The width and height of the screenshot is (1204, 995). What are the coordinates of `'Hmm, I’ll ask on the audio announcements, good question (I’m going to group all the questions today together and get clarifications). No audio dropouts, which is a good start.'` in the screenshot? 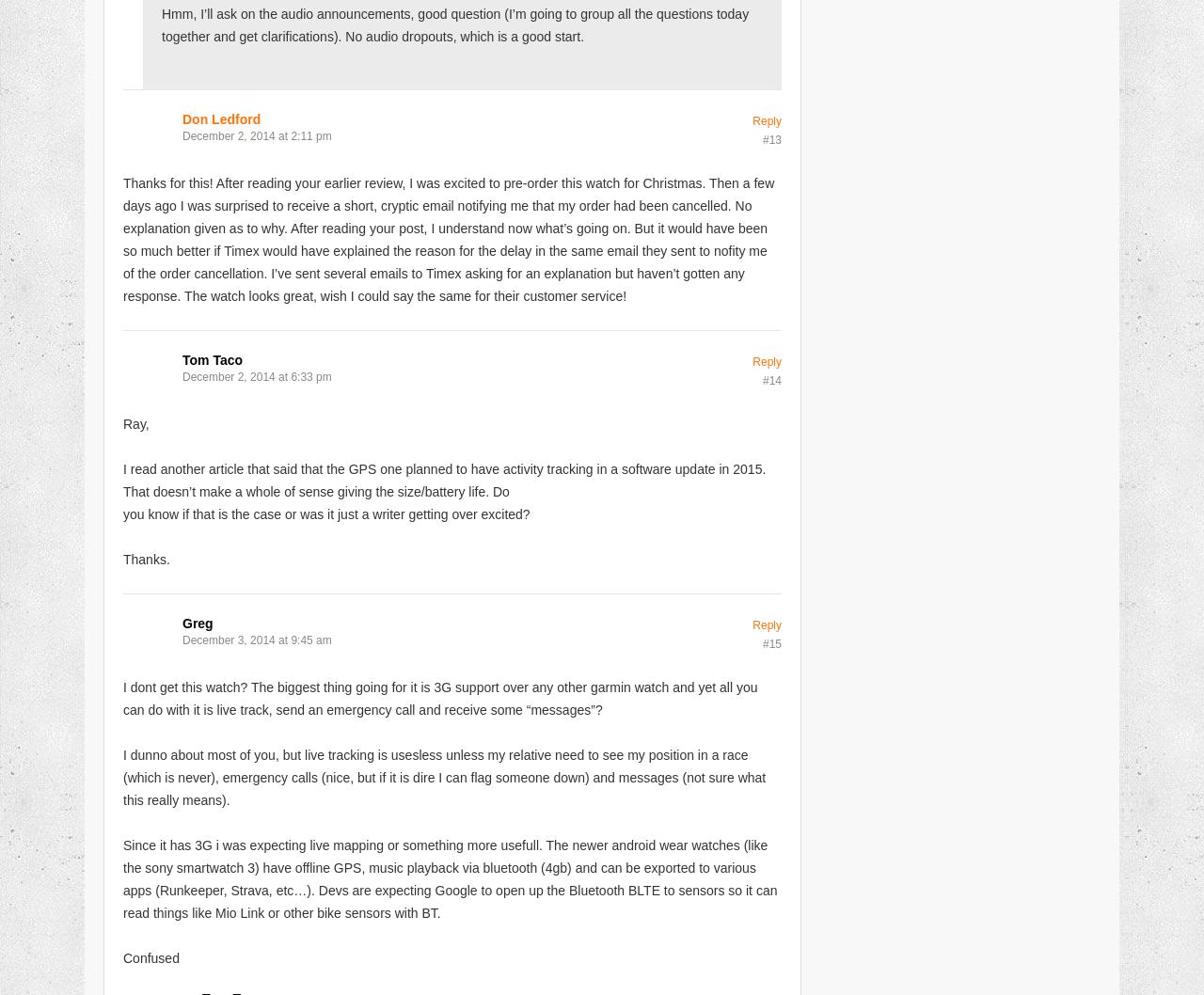 It's located at (454, 24).